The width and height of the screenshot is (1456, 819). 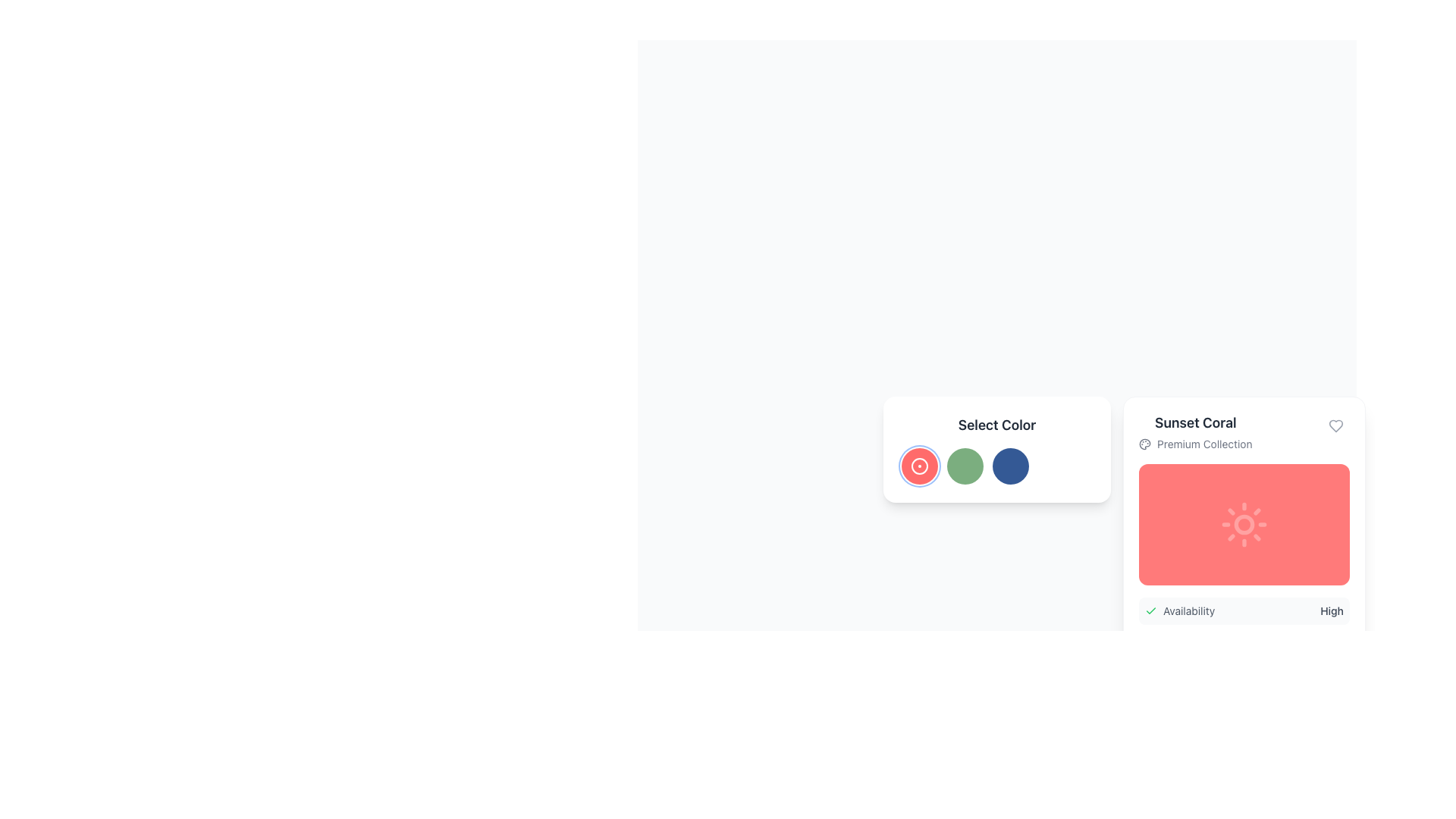 What do you see at coordinates (1194, 444) in the screenshot?
I see `the 'Premium Collection' label, which features a small, subdued gray font and a palette icon to the left, located below the 'Sunset Coral' heading` at bounding box center [1194, 444].